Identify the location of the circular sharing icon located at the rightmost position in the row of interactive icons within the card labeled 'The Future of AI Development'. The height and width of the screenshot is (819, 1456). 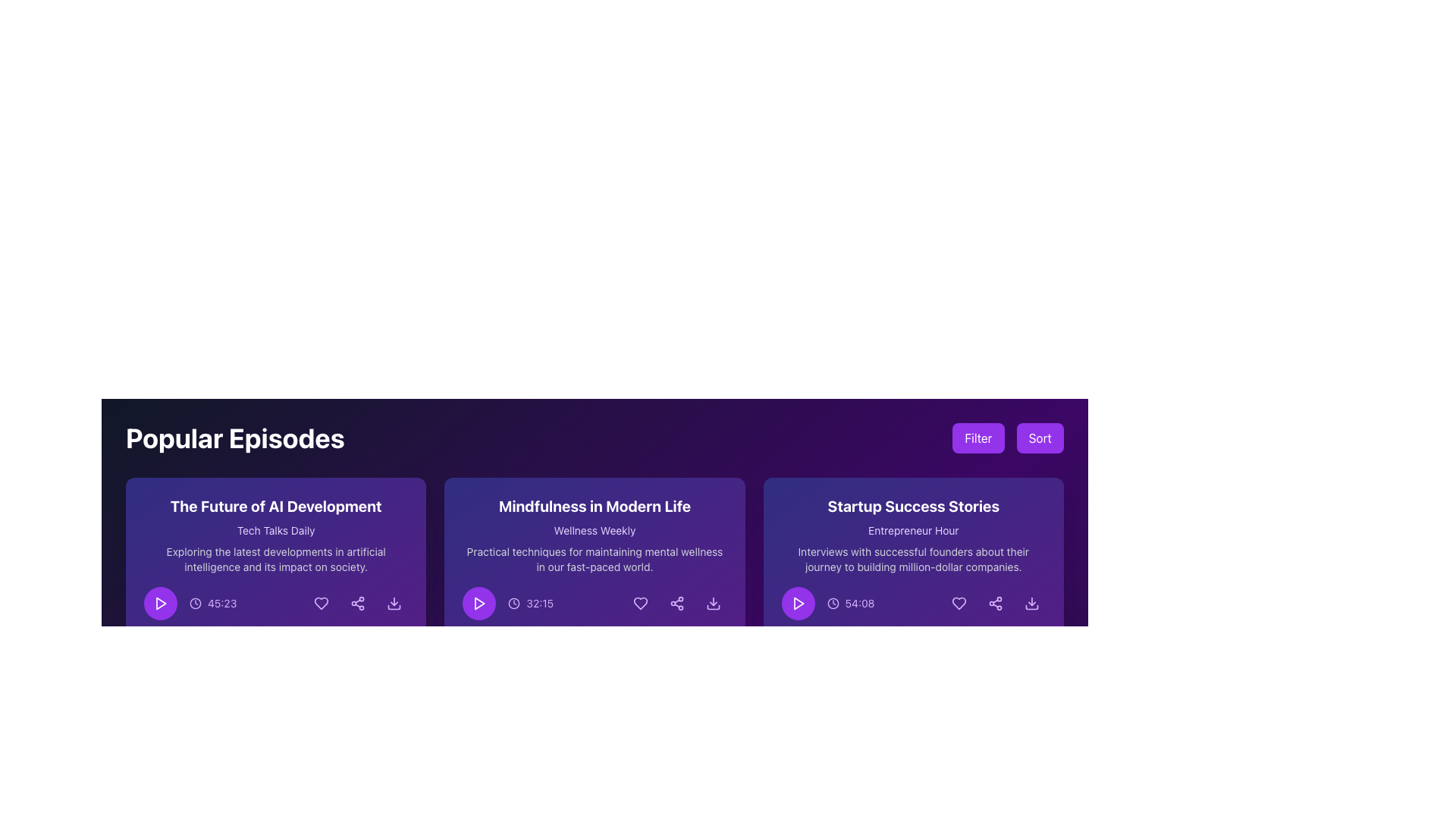
(357, 602).